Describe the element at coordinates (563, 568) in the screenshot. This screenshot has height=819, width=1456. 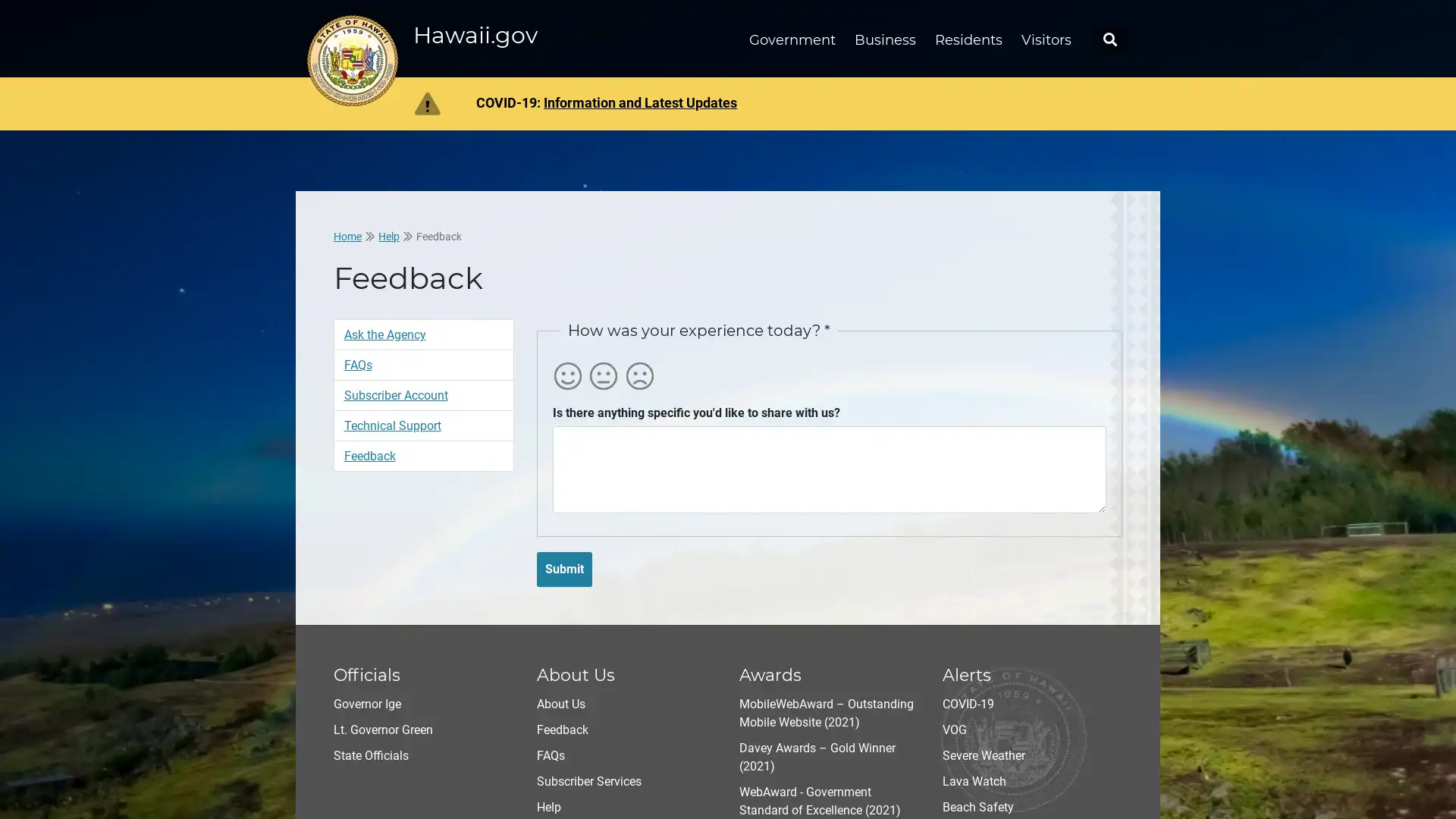
I see `Submit` at that location.